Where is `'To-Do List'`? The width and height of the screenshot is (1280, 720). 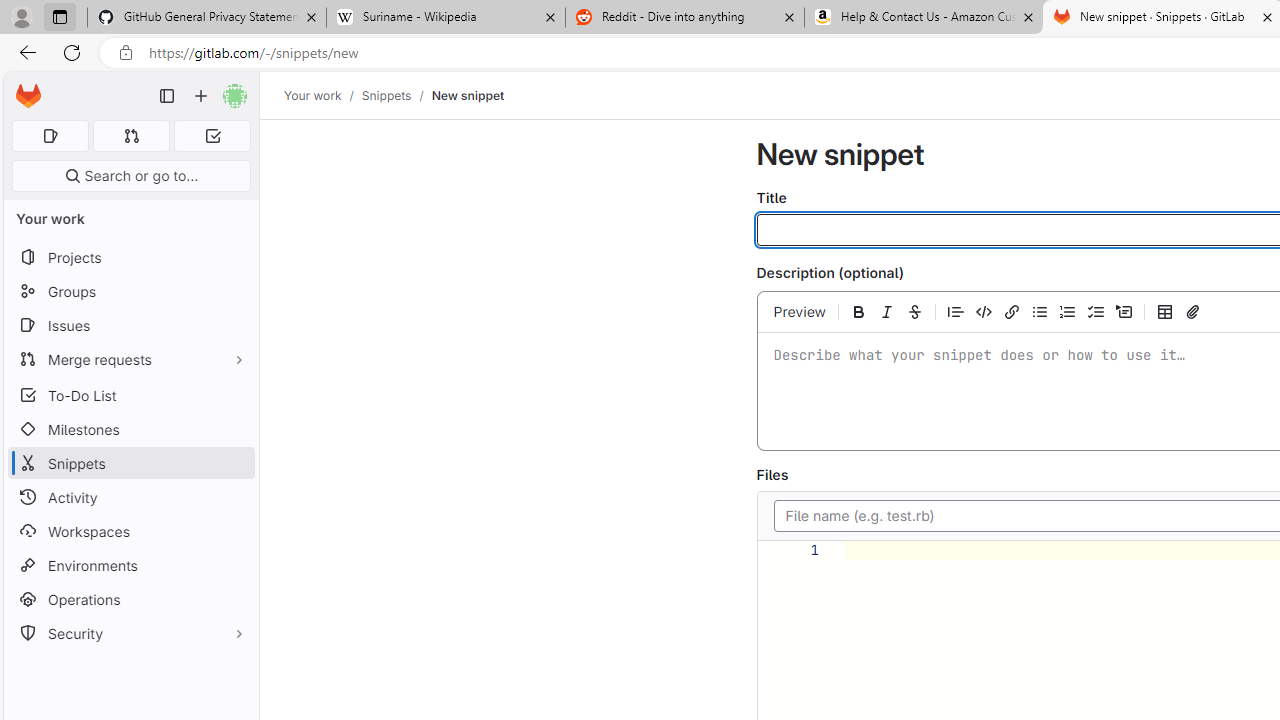
'To-Do List' is located at coordinates (130, 395).